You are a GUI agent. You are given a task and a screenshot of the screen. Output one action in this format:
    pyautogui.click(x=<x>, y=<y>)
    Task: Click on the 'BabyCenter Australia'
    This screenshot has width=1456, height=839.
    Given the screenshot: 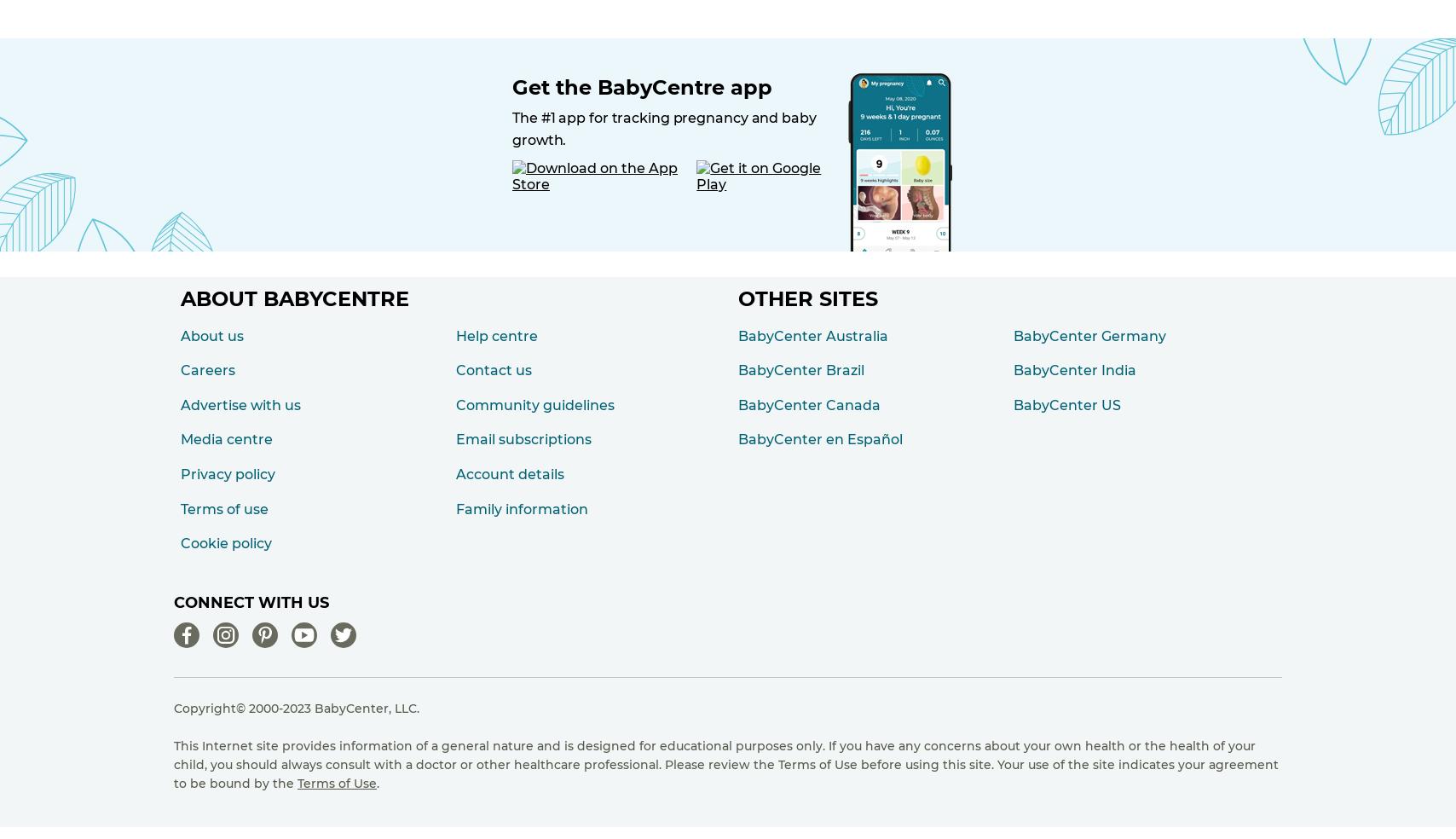 What is the action you would take?
    pyautogui.click(x=812, y=335)
    